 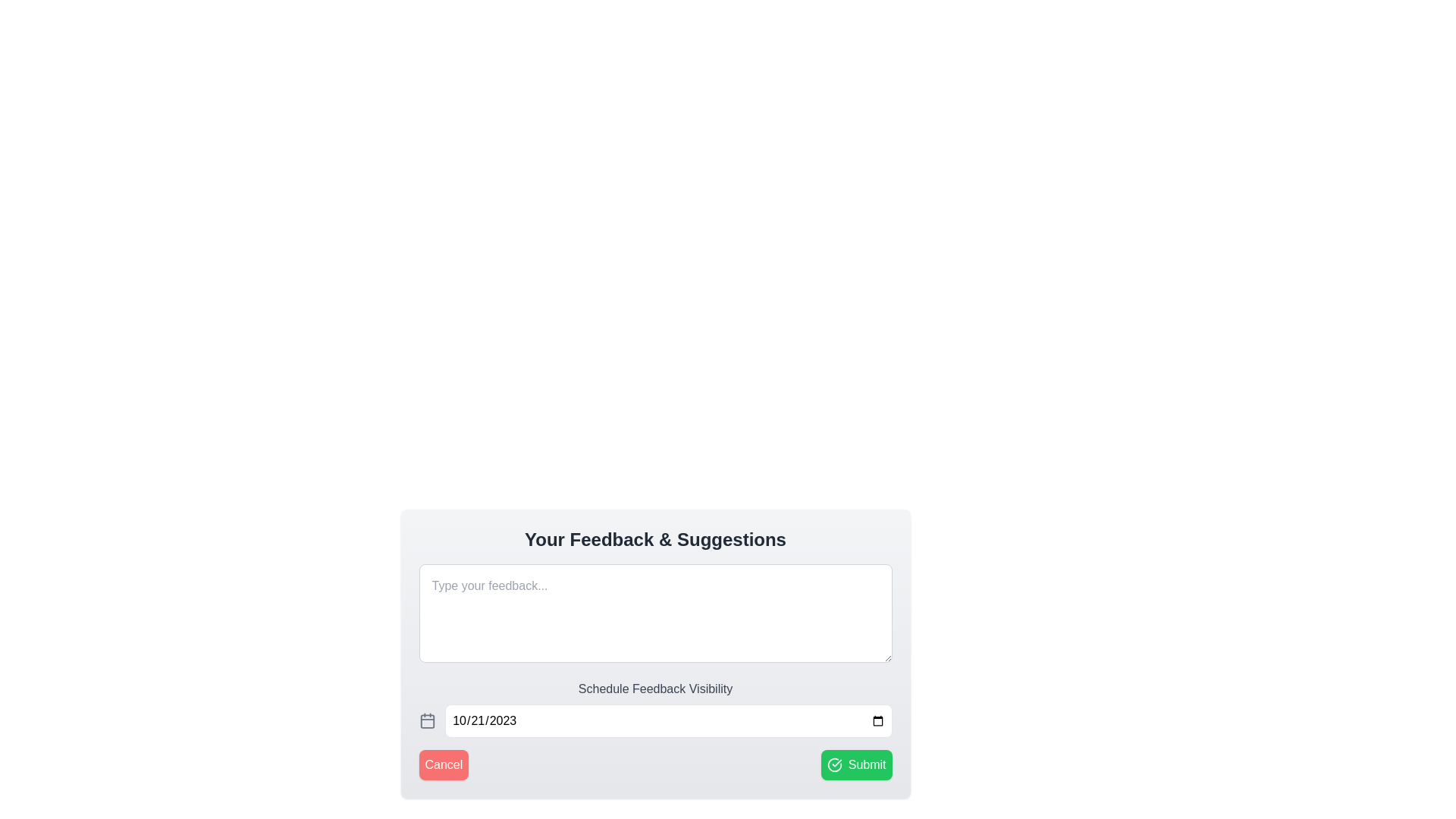 I want to click on the SVG-based calendar icon located, so click(x=426, y=720).